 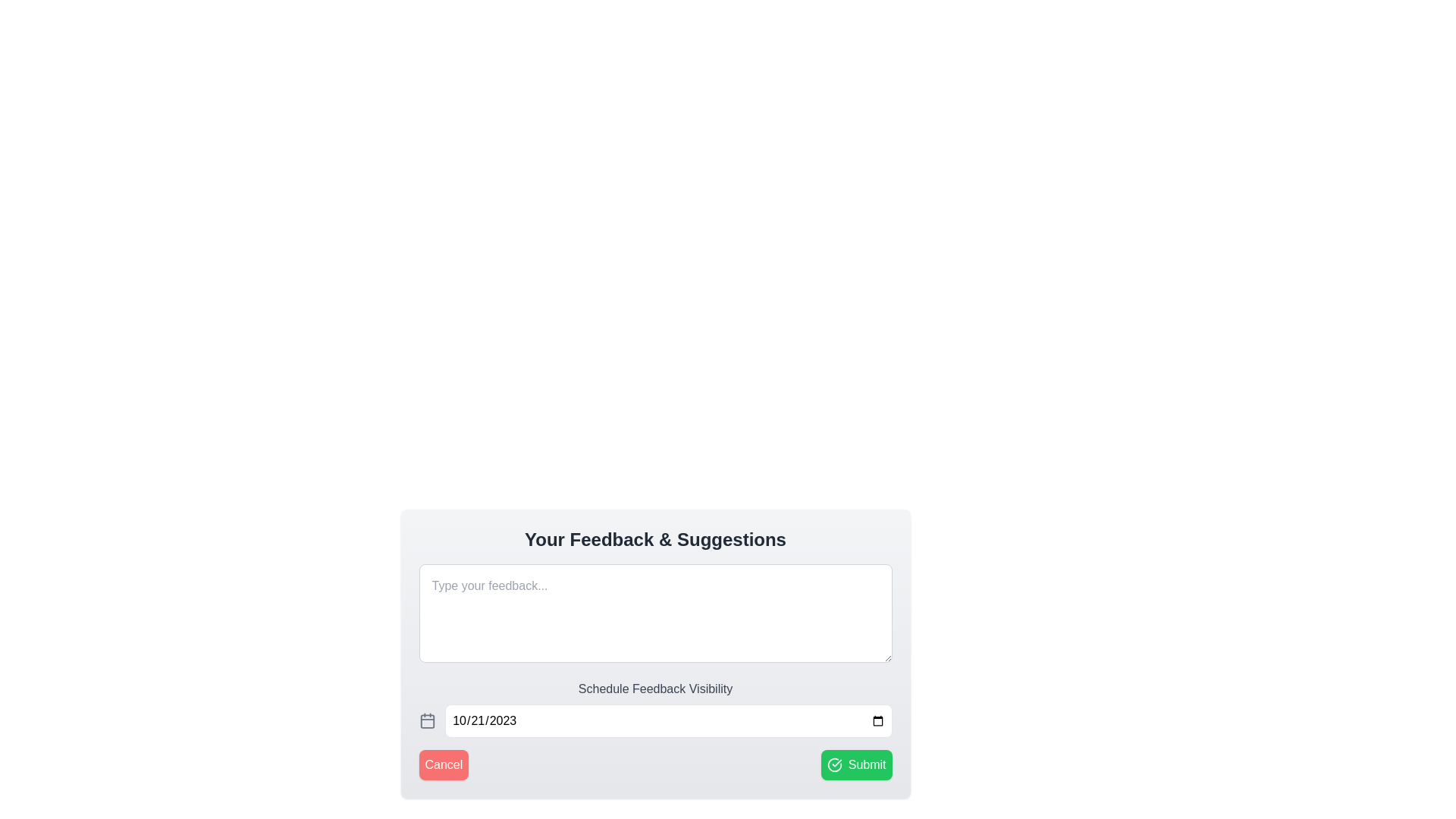 I want to click on the SVG-based calendar icon located, so click(x=426, y=720).